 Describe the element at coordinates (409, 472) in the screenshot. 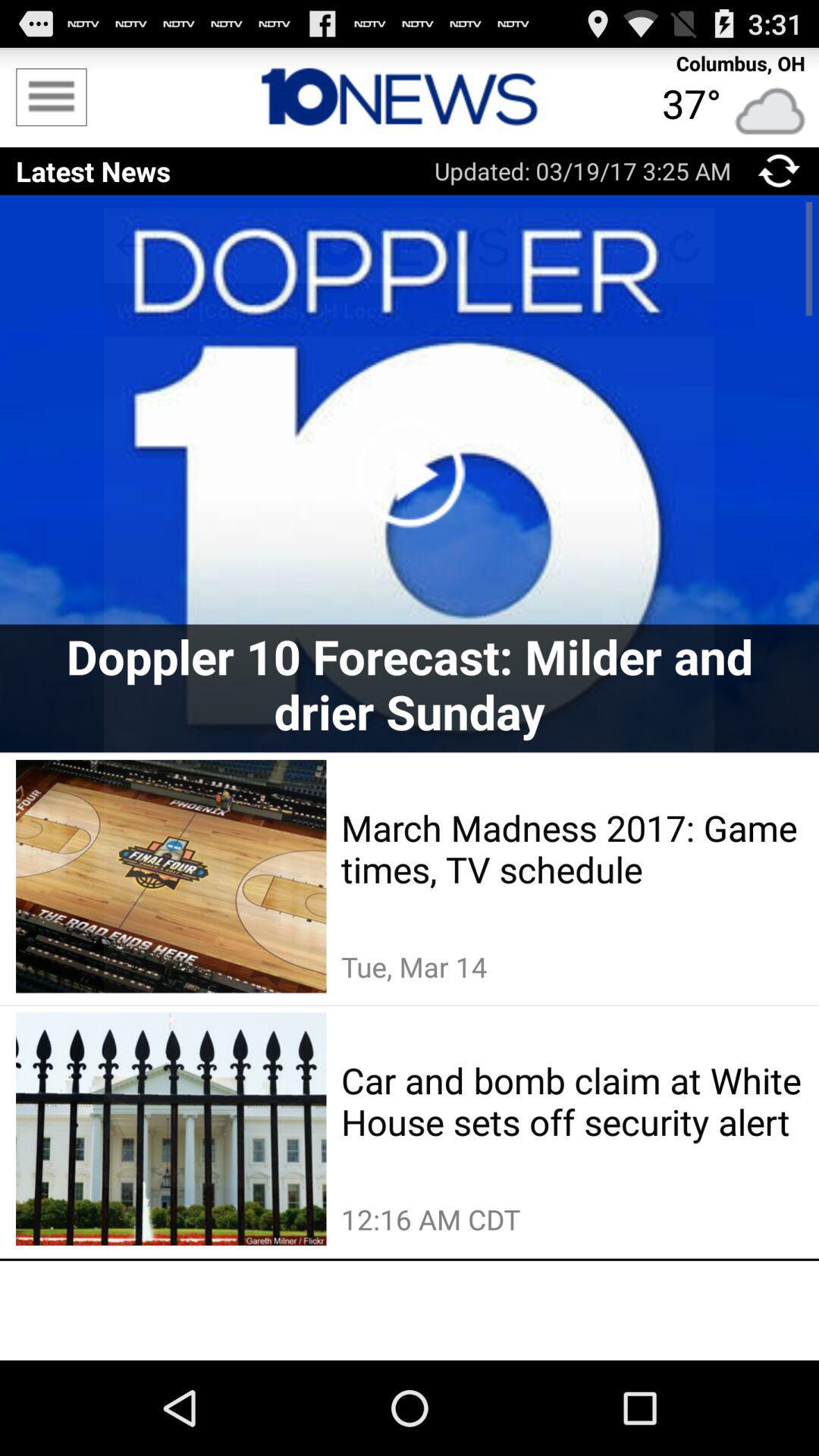

I see `icon above the doppler 10 forecast app` at that location.